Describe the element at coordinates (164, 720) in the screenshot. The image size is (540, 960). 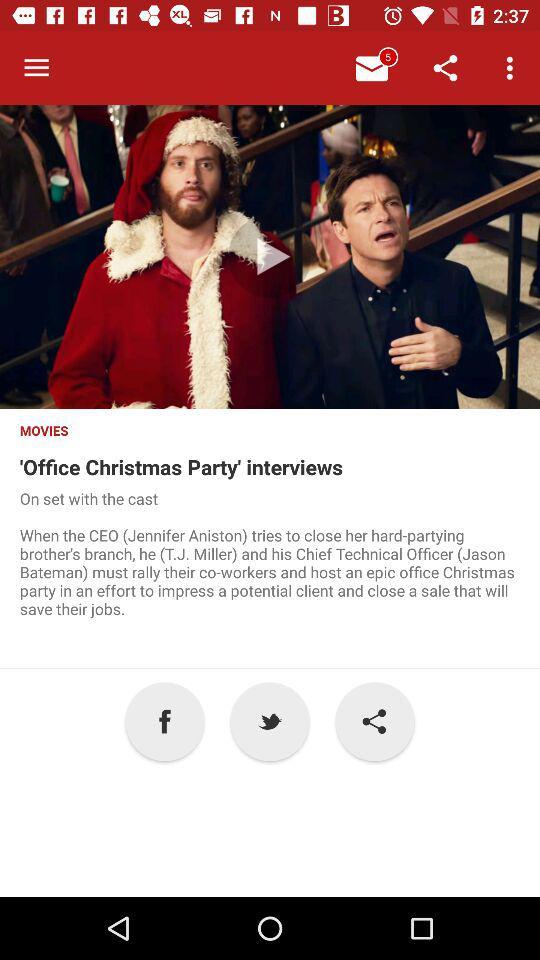
I see `icon to the left of the p item` at that location.